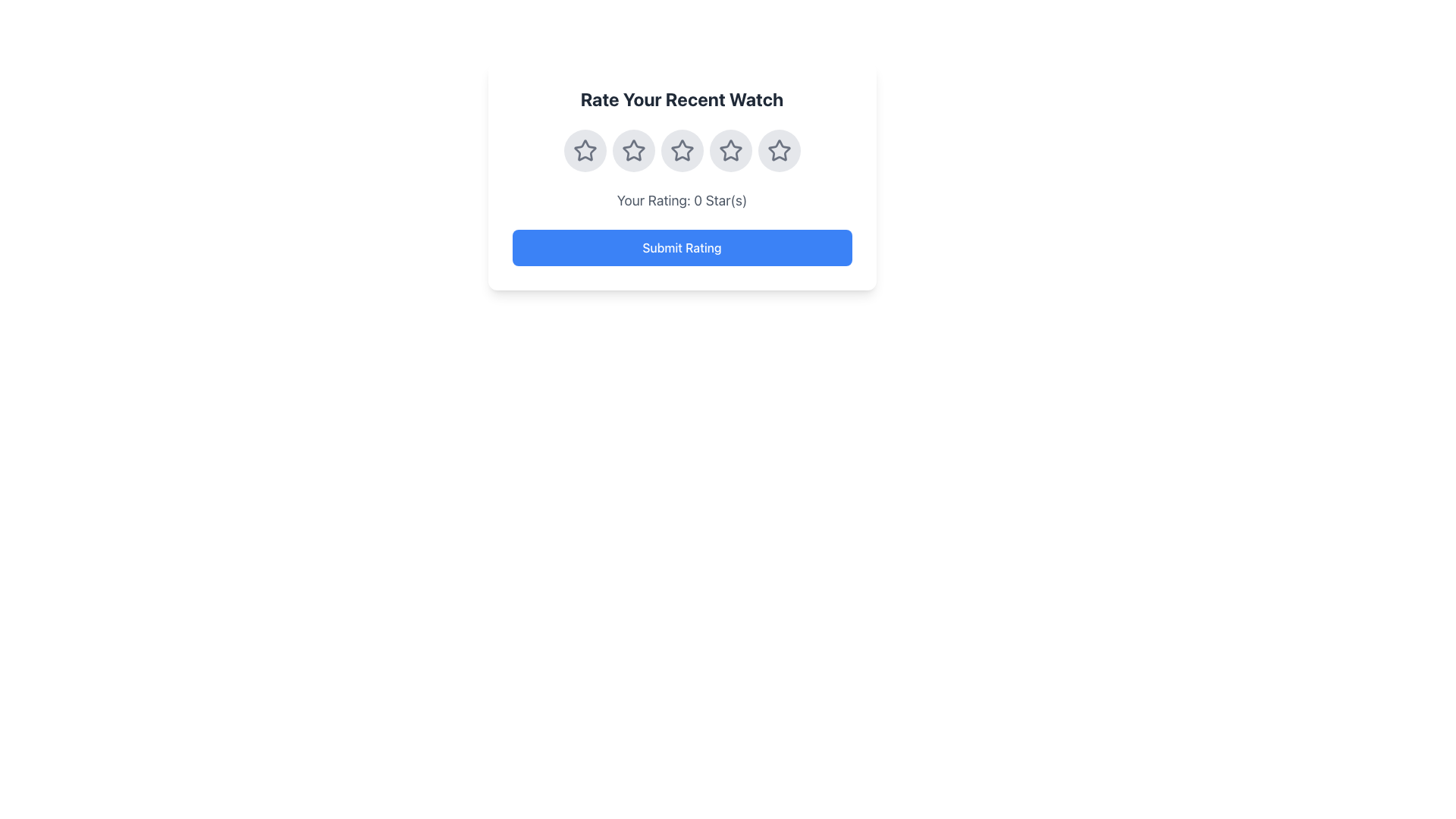  I want to click on the fifth star icon in the rating mechanism, so click(779, 150).